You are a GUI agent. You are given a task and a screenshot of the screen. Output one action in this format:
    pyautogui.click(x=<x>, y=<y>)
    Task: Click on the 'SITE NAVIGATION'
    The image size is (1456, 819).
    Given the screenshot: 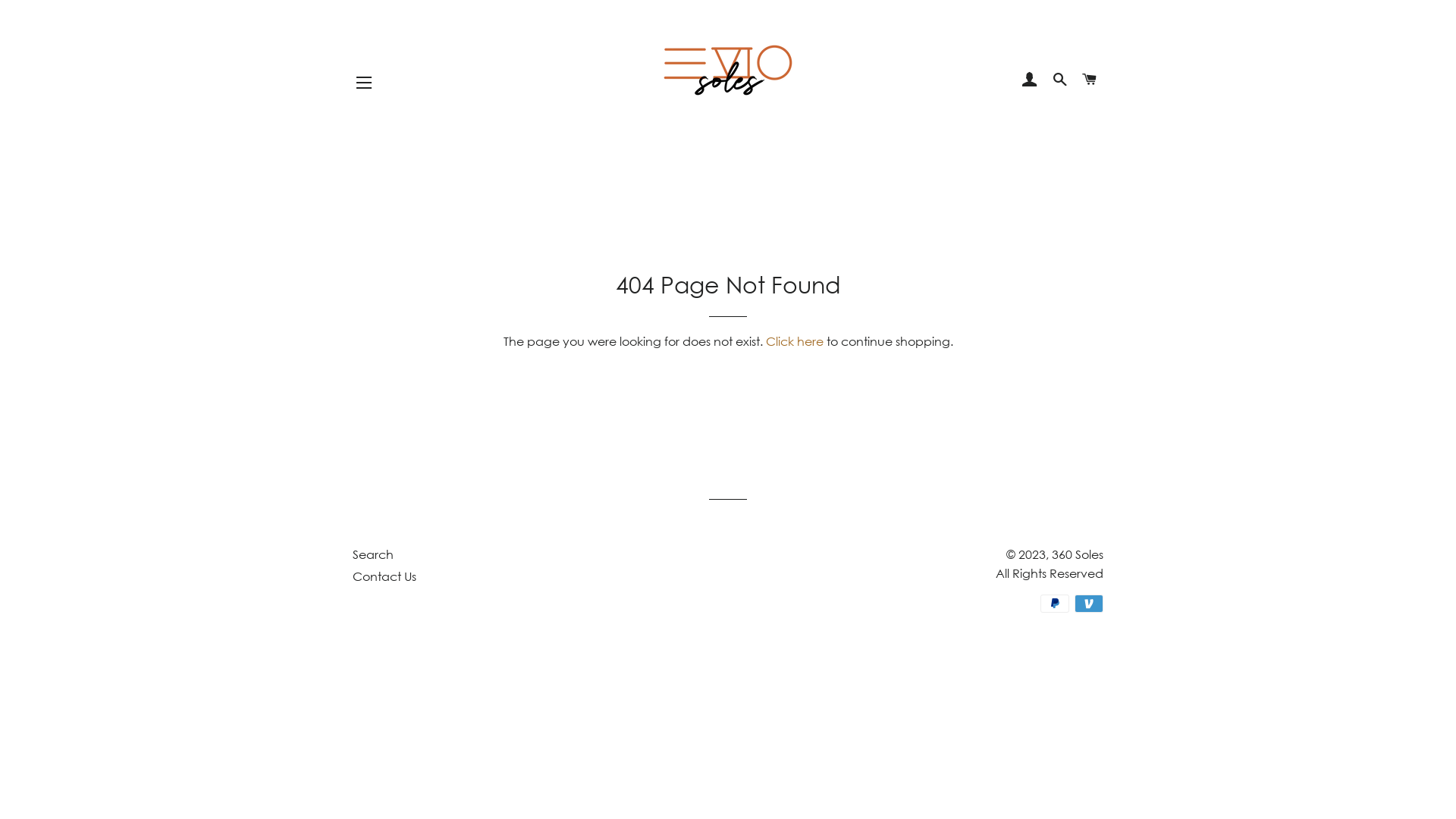 What is the action you would take?
    pyautogui.click(x=364, y=82)
    